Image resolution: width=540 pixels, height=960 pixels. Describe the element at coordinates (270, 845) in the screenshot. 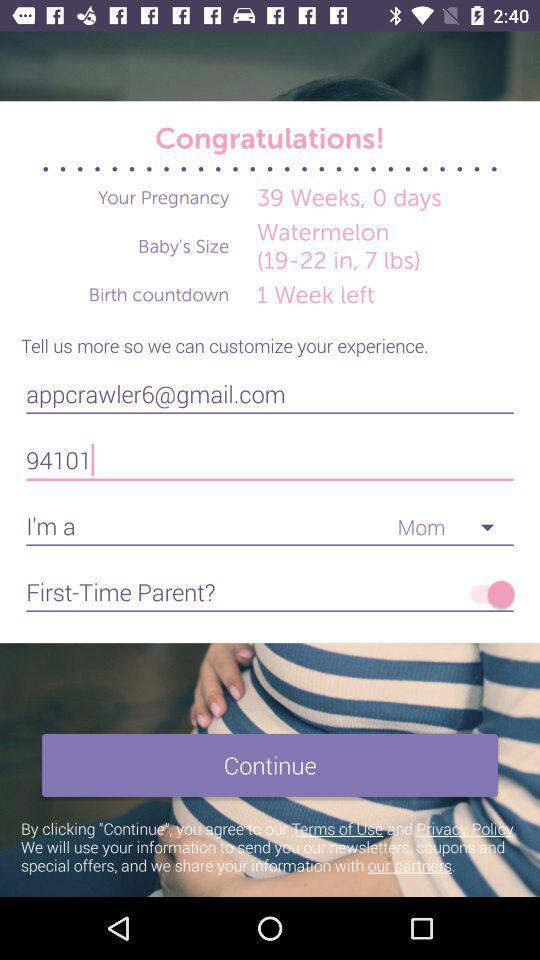

I see `icon below the continue icon` at that location.